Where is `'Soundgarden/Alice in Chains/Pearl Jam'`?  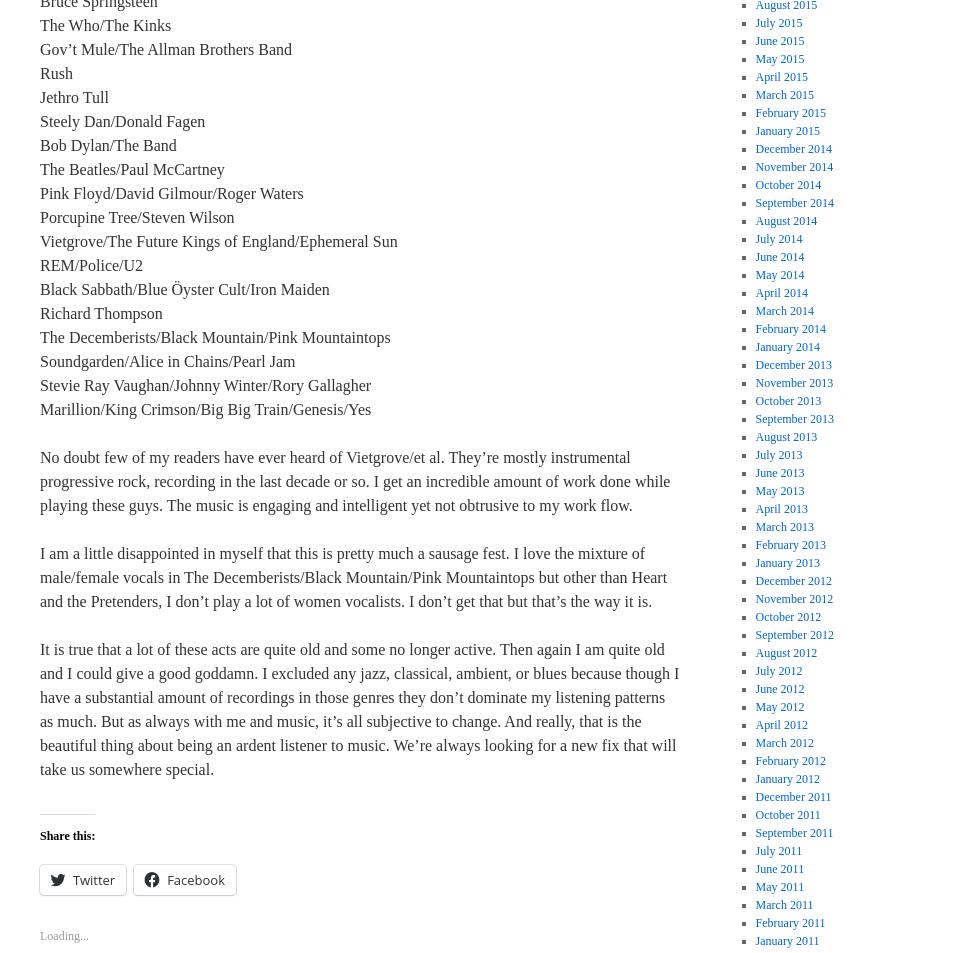 'Soundgarden/Alice in Chains/Pearl Jam' is located at coordinates (167, 359).